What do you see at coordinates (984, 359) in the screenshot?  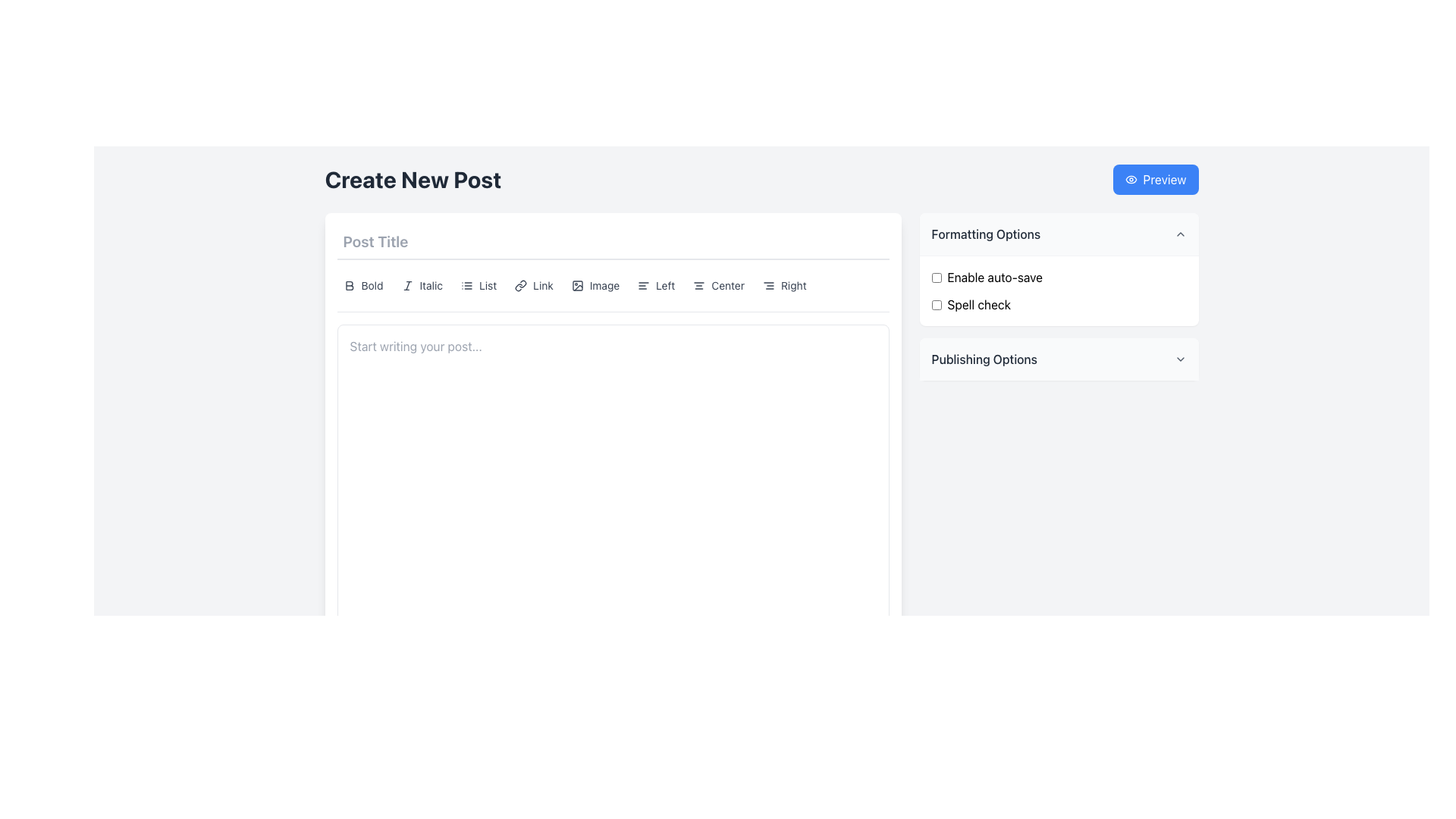 I see `the Text label that serves as a title for the publishing options section, located on the right sidebar of the interface` at bounding box center [984, 359].